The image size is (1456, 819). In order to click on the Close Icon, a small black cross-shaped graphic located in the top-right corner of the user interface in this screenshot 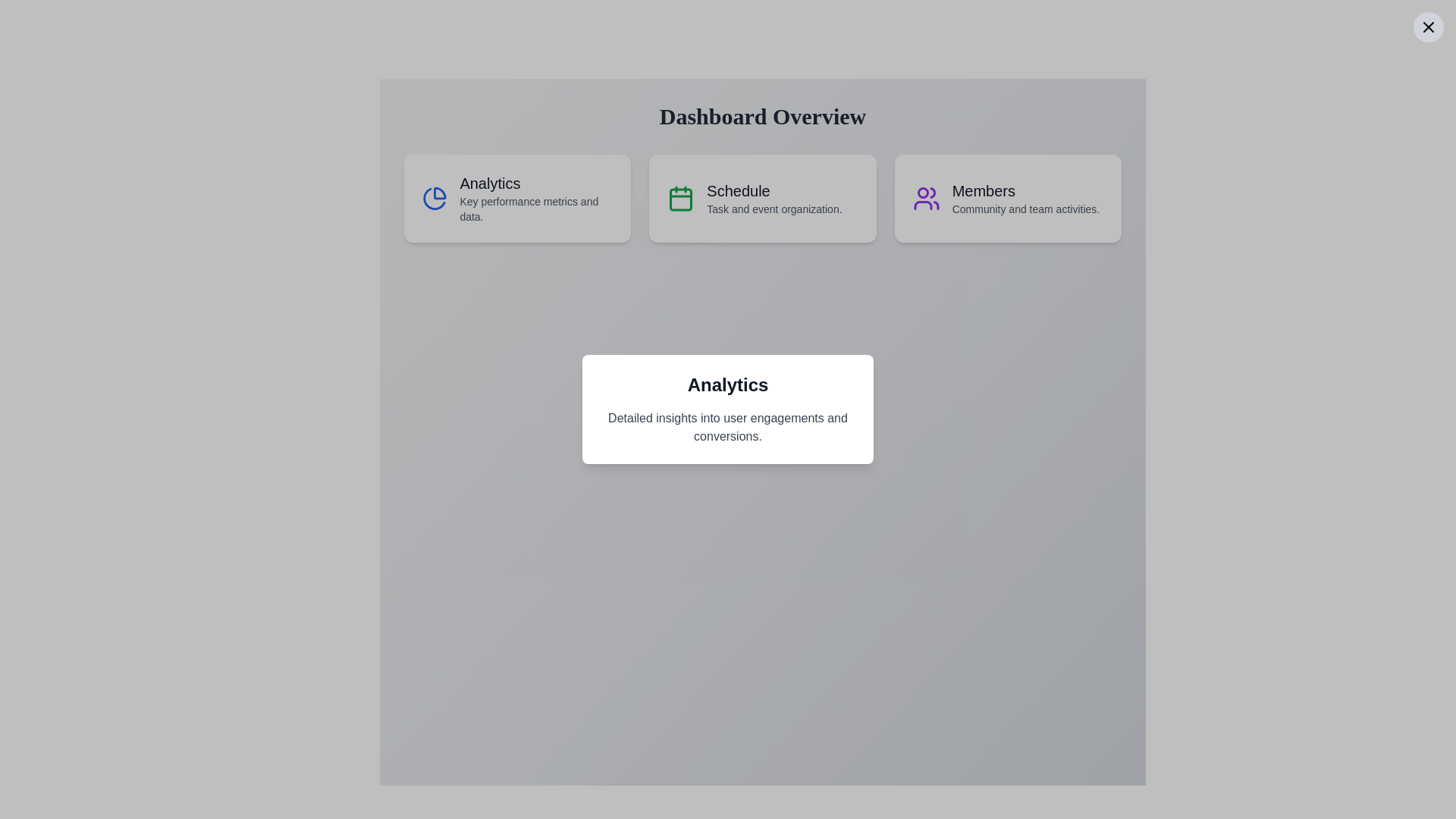, I will do `click(1427, 27)`.